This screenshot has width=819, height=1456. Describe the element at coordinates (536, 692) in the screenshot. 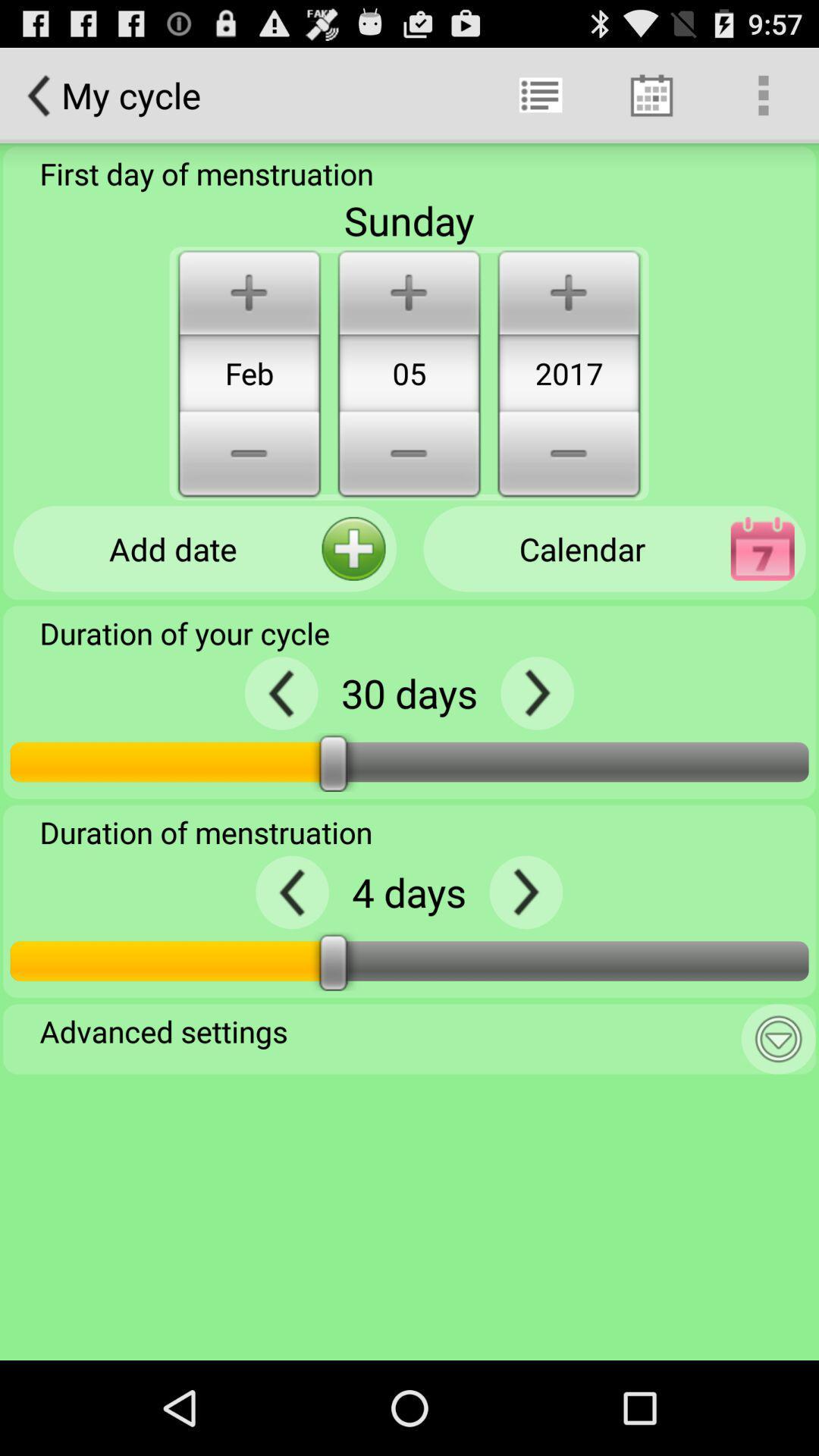

I see `the button is used to go to next option` at that location.